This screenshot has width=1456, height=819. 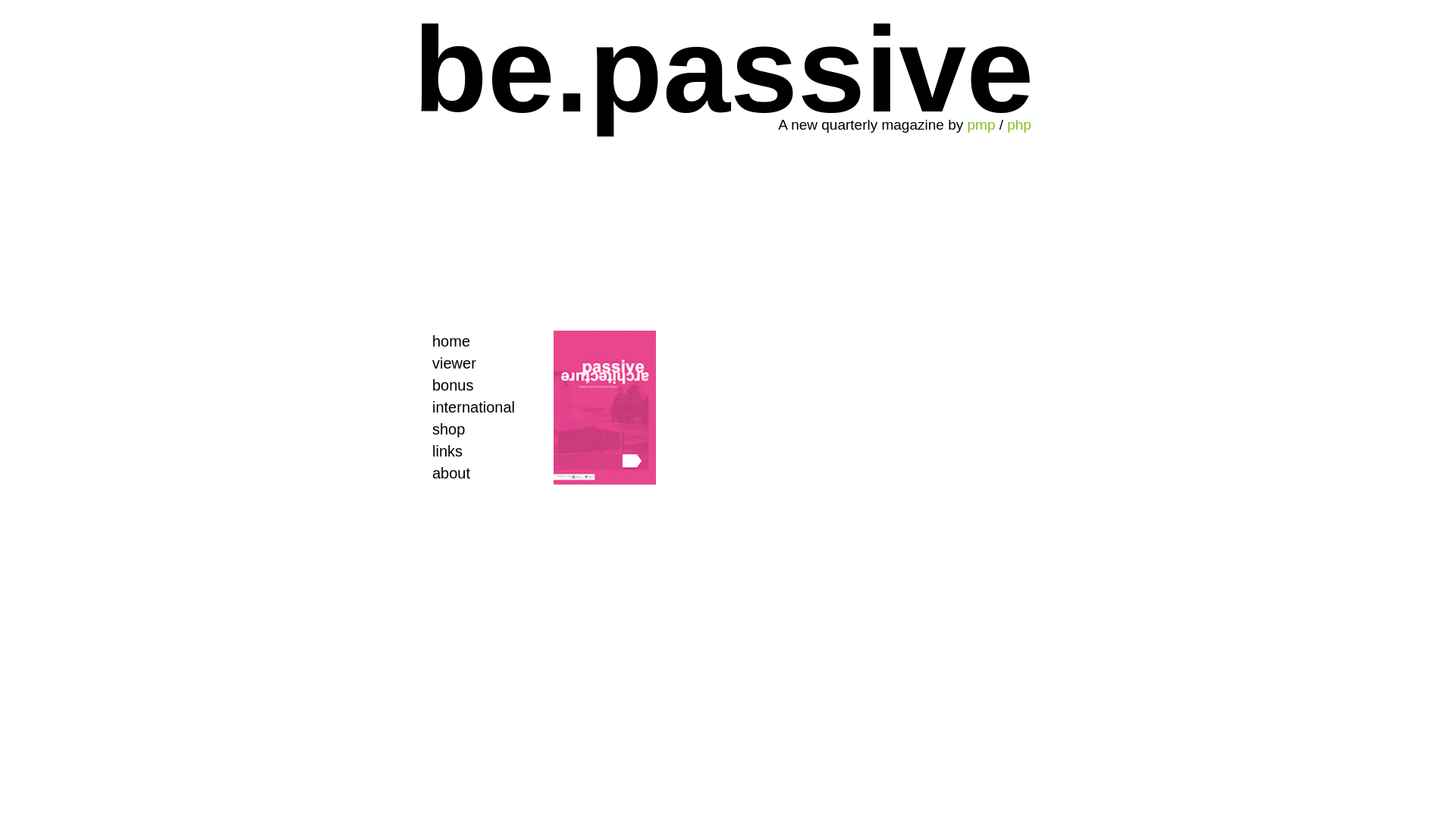 What do you see at coordinates (469, 341) in the screenshot?
I see `'home'` at bounding box center [469, 341].